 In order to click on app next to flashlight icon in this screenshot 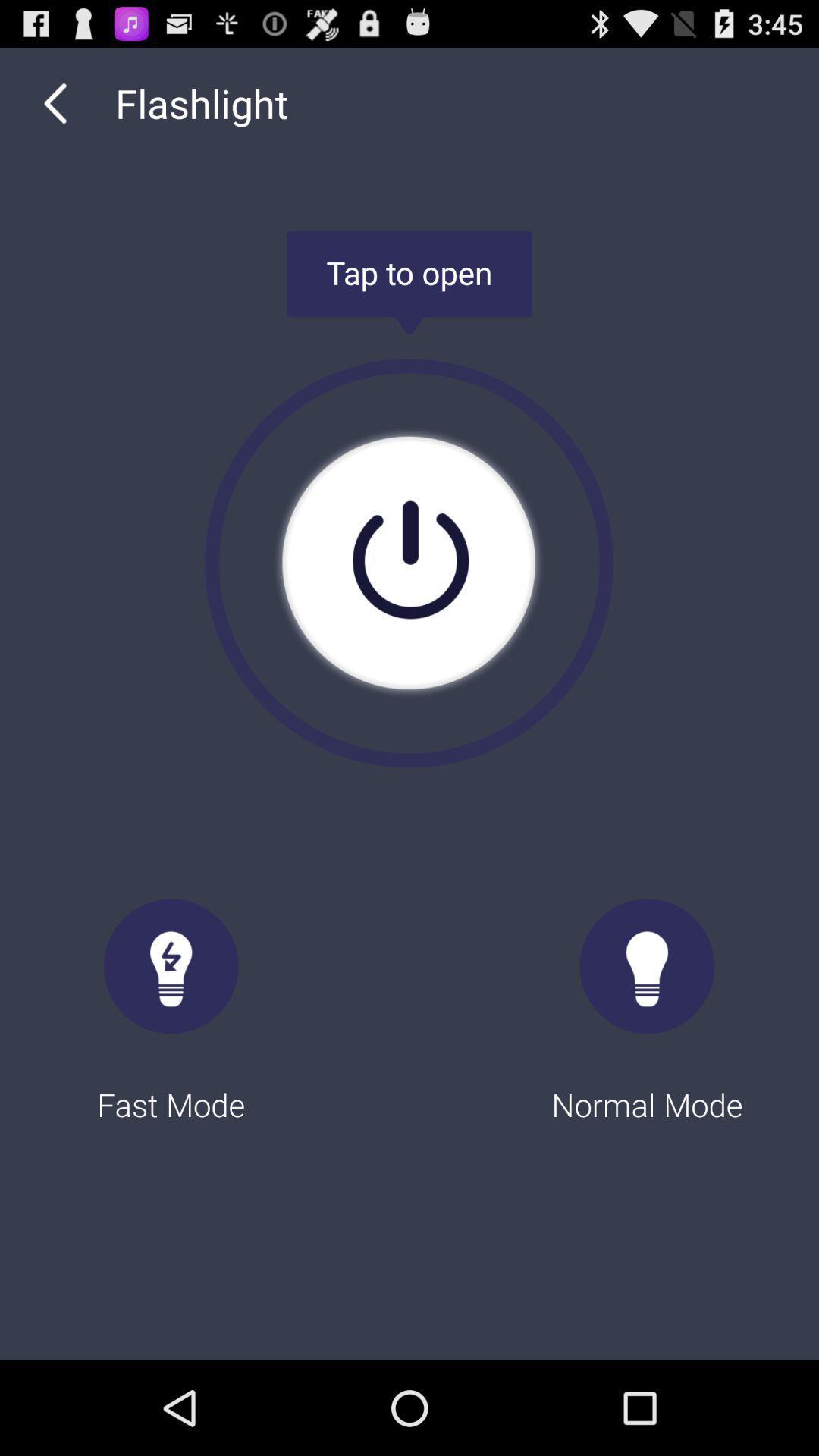, I will do `click(55, 102)`.